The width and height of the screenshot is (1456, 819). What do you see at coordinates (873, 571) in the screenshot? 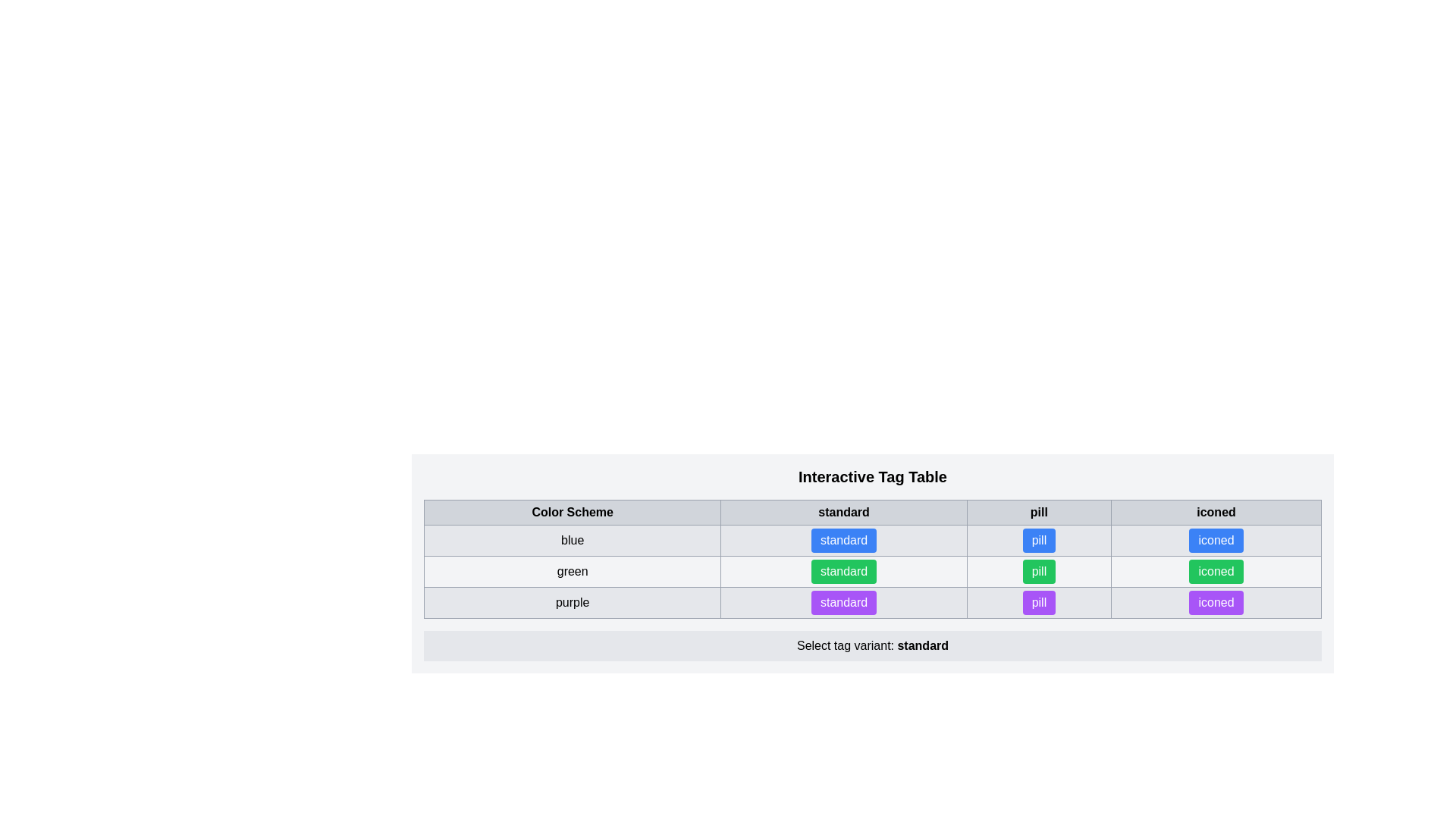
I see `the green rectangular button labeled 'standard' in the second column of the table` at bounding box center [873, 571].